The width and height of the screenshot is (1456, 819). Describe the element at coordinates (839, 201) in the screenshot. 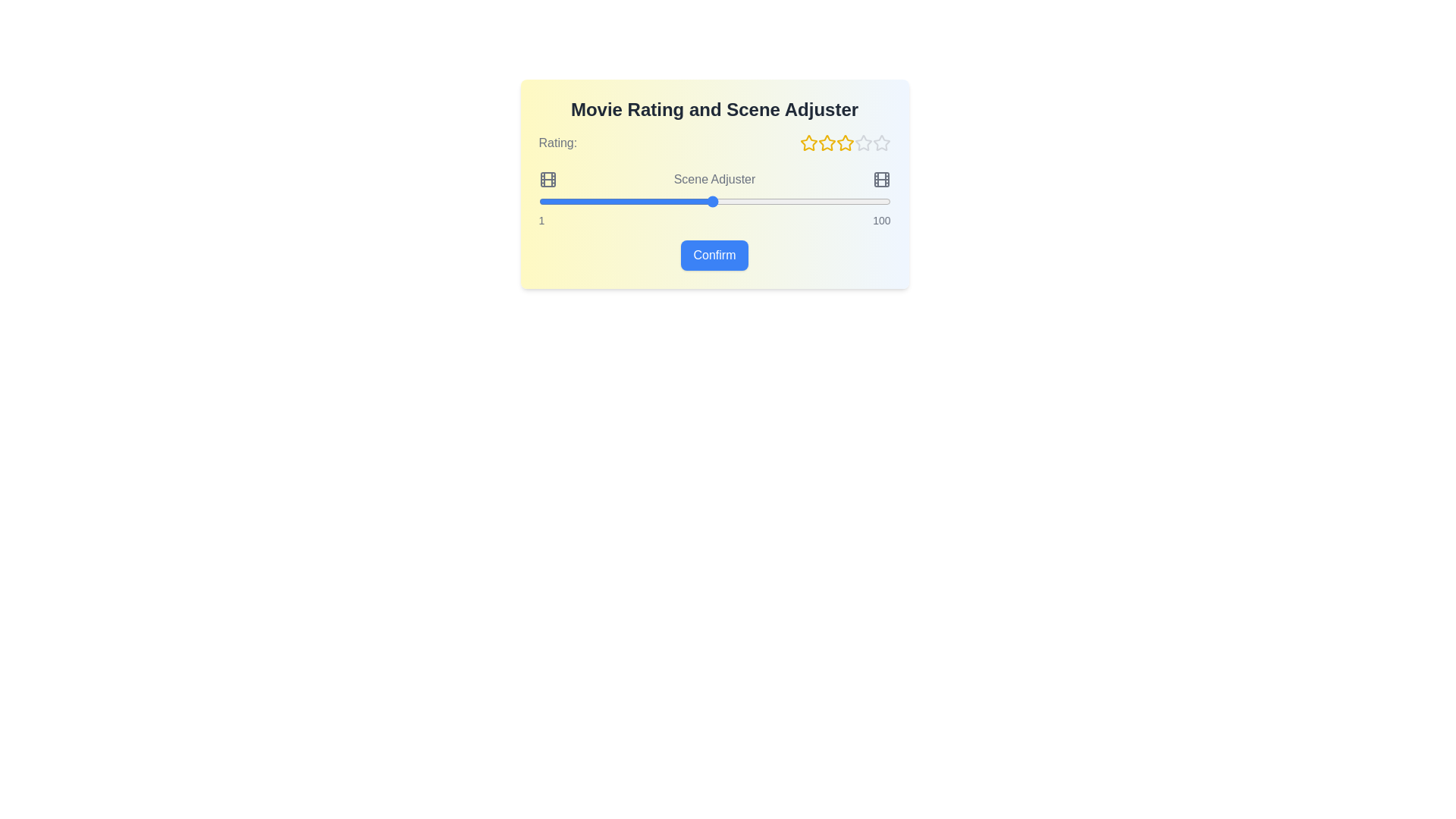

I see `the scene slider to 86` at that location.